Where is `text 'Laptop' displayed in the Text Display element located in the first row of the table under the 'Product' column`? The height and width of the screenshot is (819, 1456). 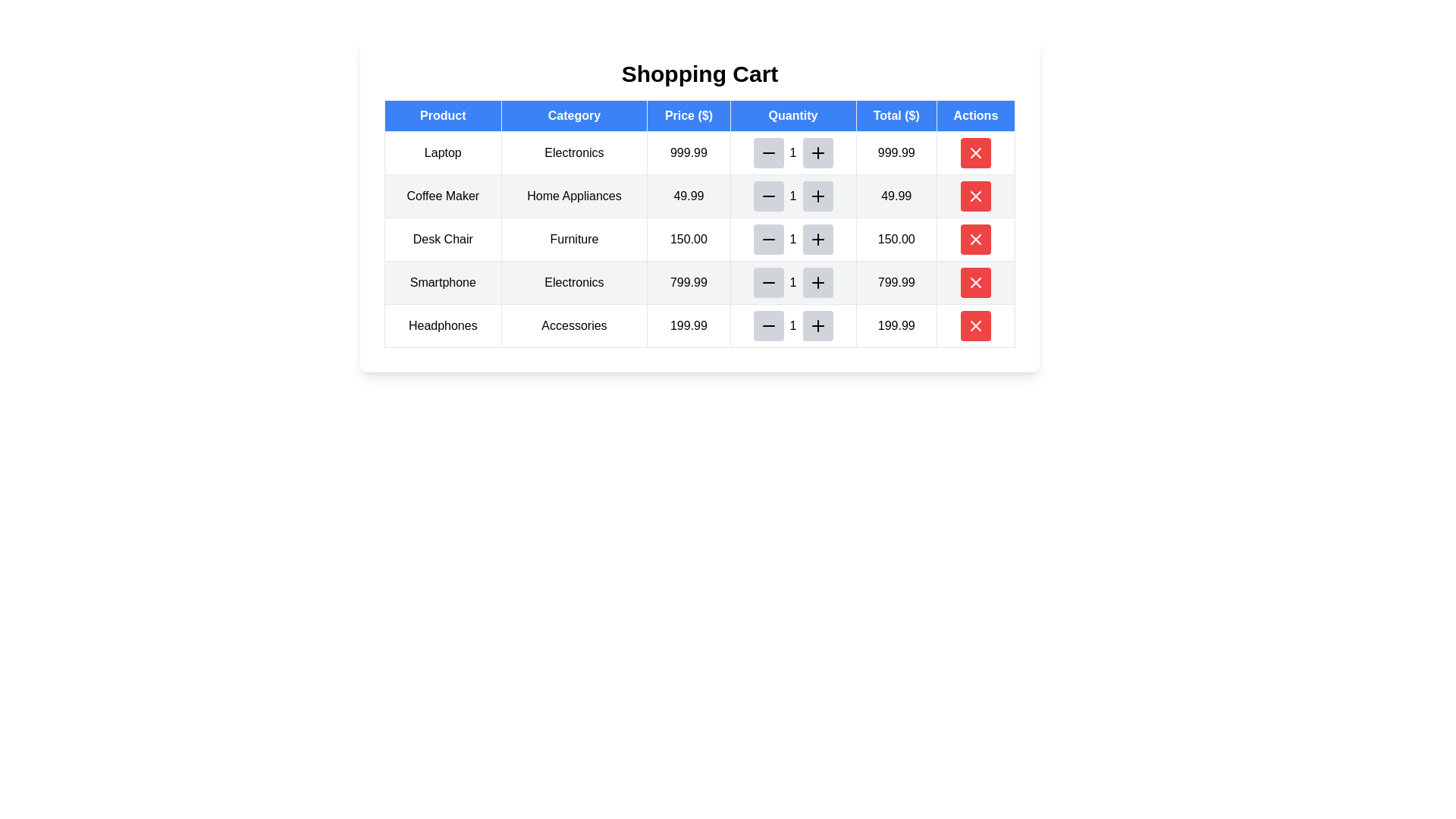 text 'Laptop' displayed in the Text Display element located in the first row of the table under the 'Product' column is located at coordinates (442, 152).